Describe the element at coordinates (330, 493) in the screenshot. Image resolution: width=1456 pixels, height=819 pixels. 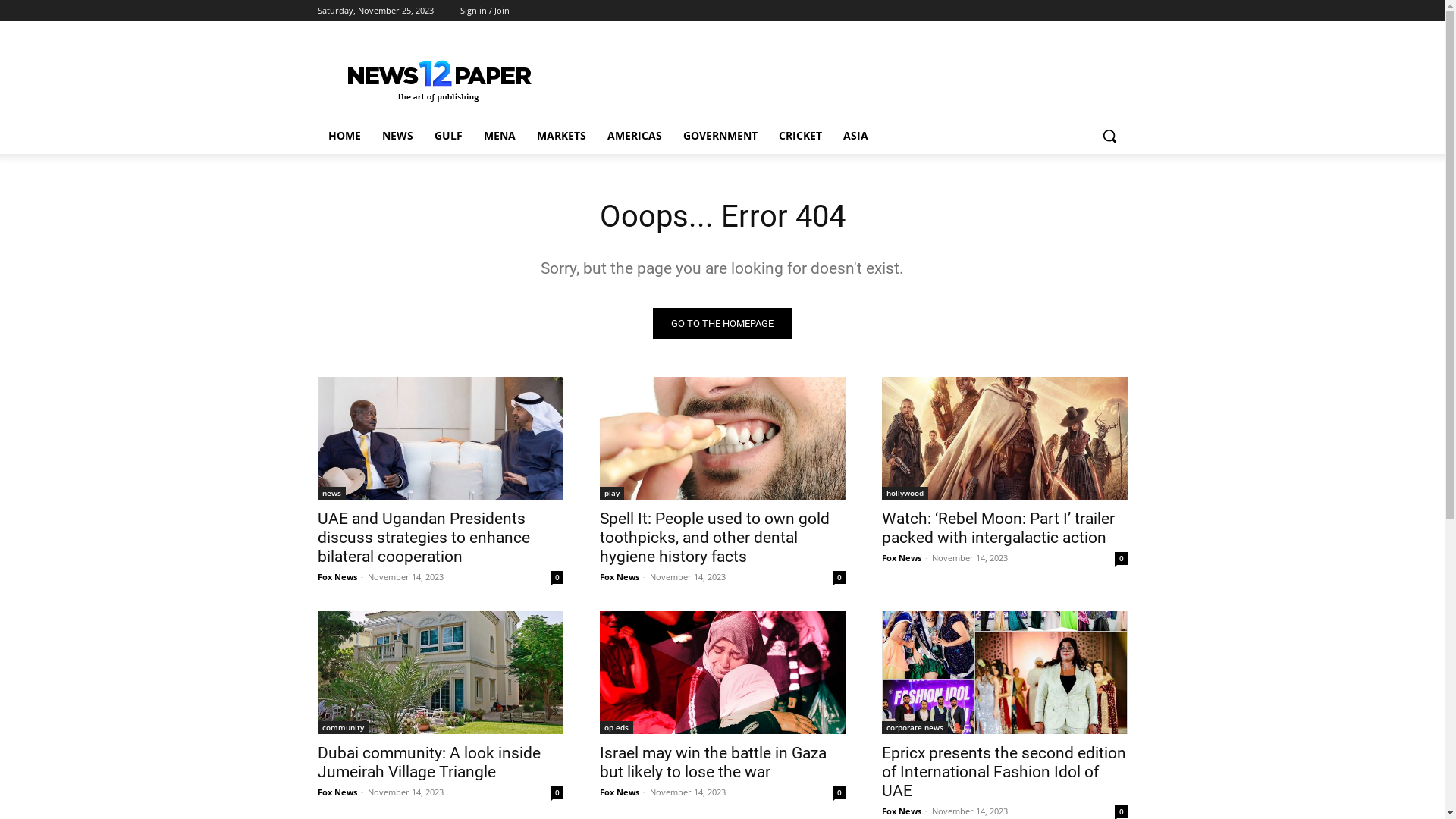
I see `'news'` at that location.